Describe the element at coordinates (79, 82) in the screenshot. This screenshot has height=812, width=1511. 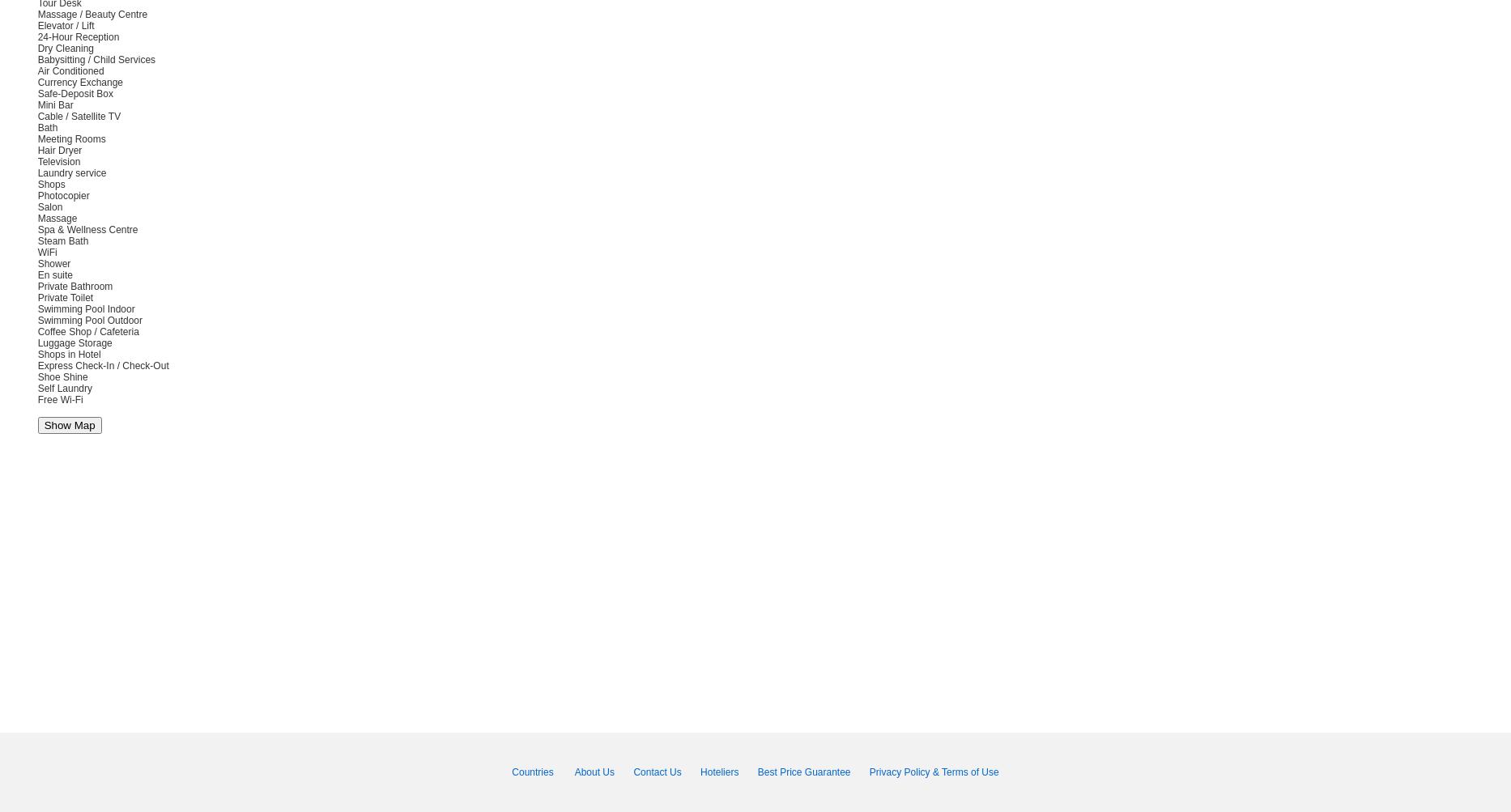
I see `'Currency Exchange'` at that location.